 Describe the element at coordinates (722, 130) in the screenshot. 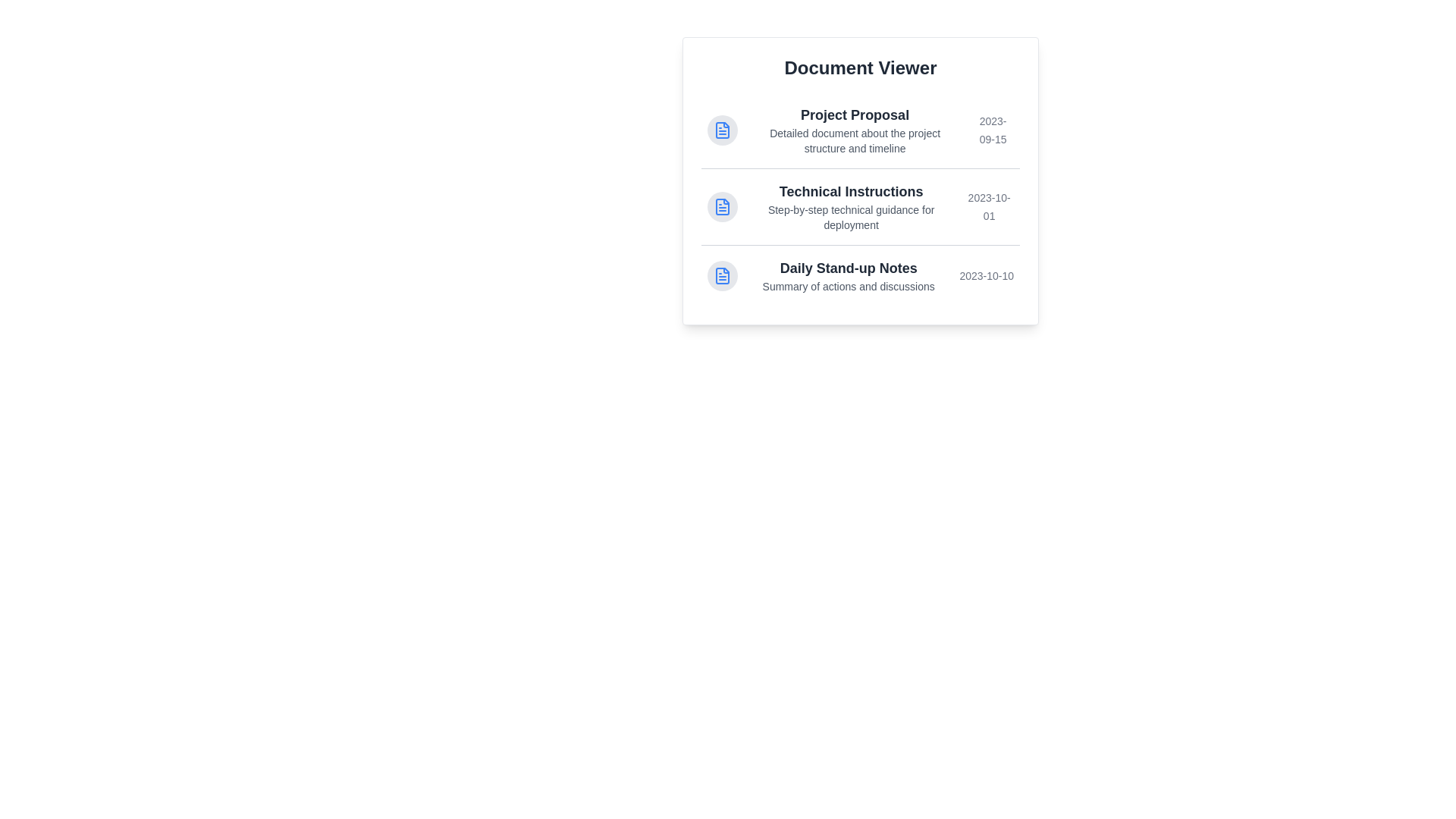

I see `the icon next to the document titled Project Proposal` at that location.